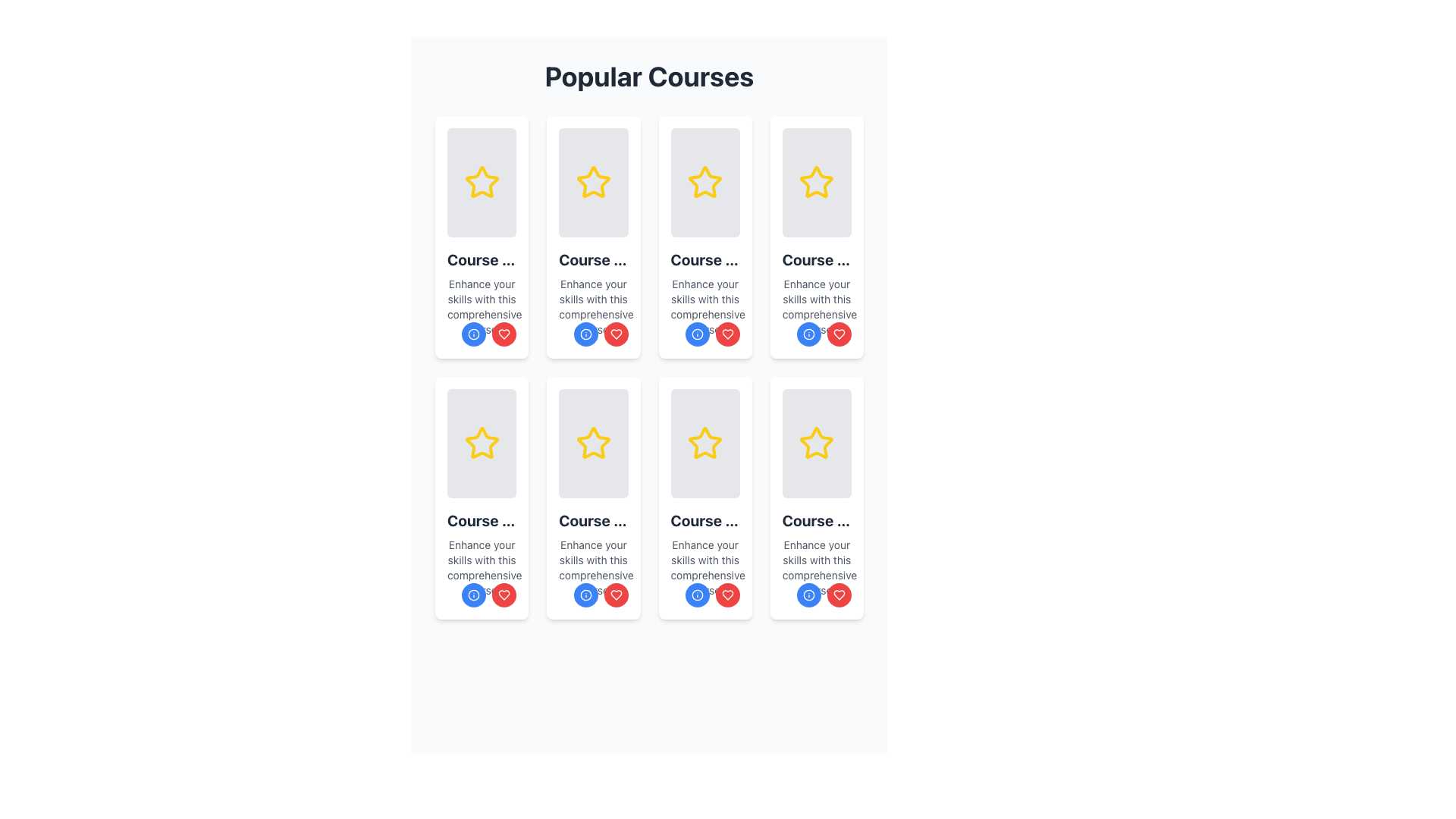  I want to click on the heart-shaped icon button with a red background, so click(726, 595).